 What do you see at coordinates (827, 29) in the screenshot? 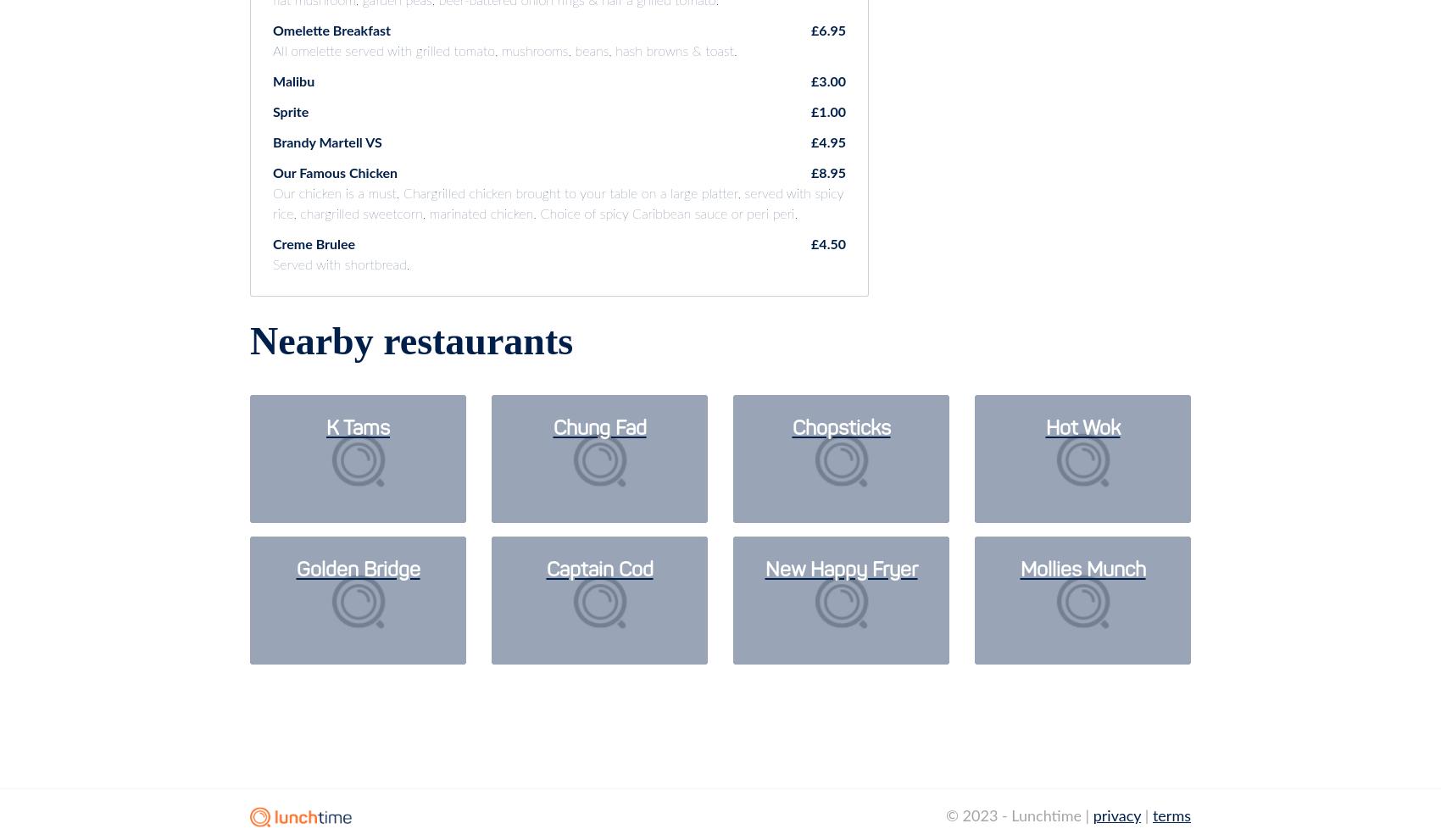
I see `'£6.95'` at bounding box center [827, 29].